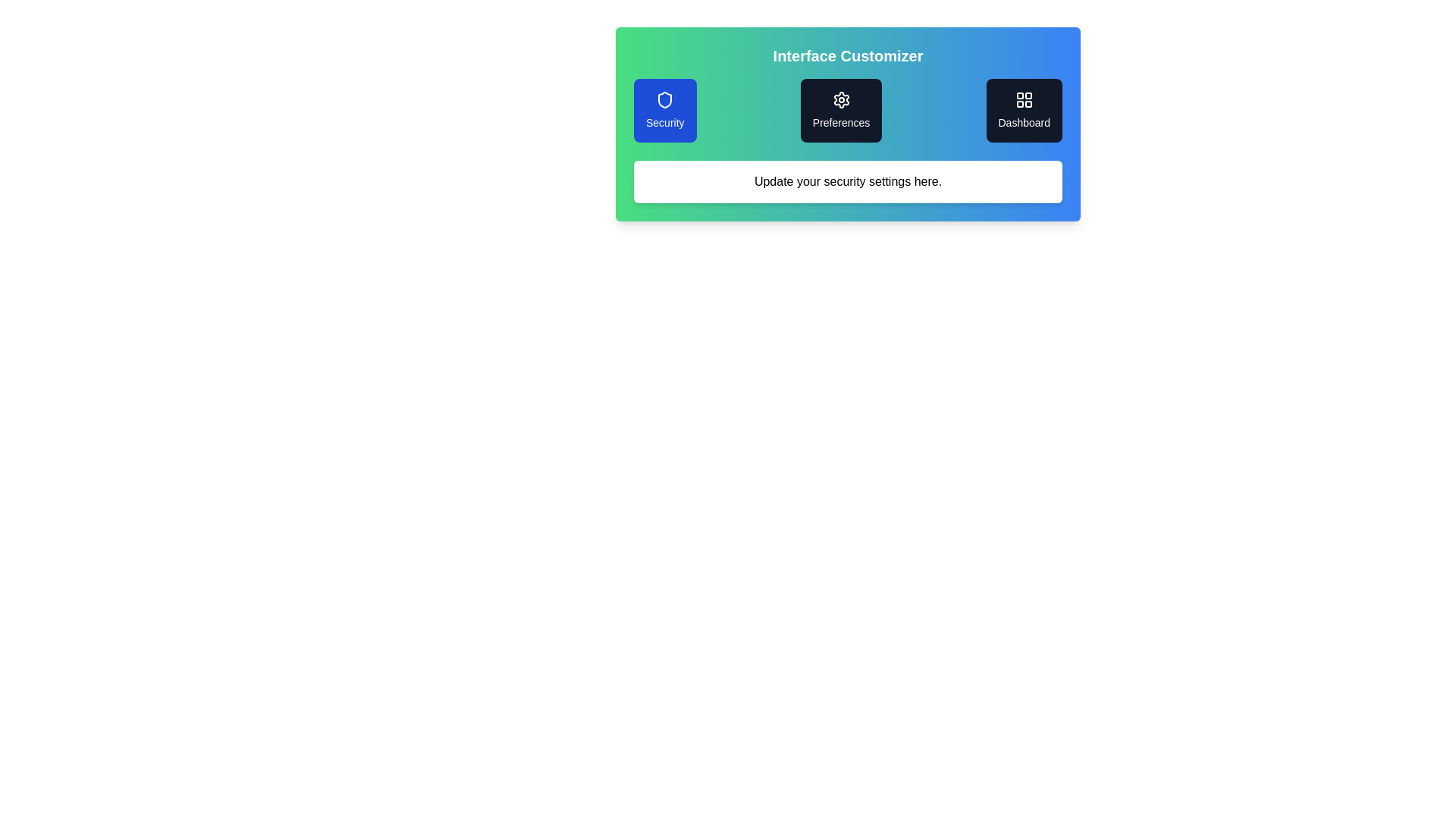  Describe the element at coordinates (847, 180) in the screenshot. I see `the informational text block that provides a prompt regarding updating security settings, located below 'Security,' 'Preferences,' and 'Dashboard.'` at that location.